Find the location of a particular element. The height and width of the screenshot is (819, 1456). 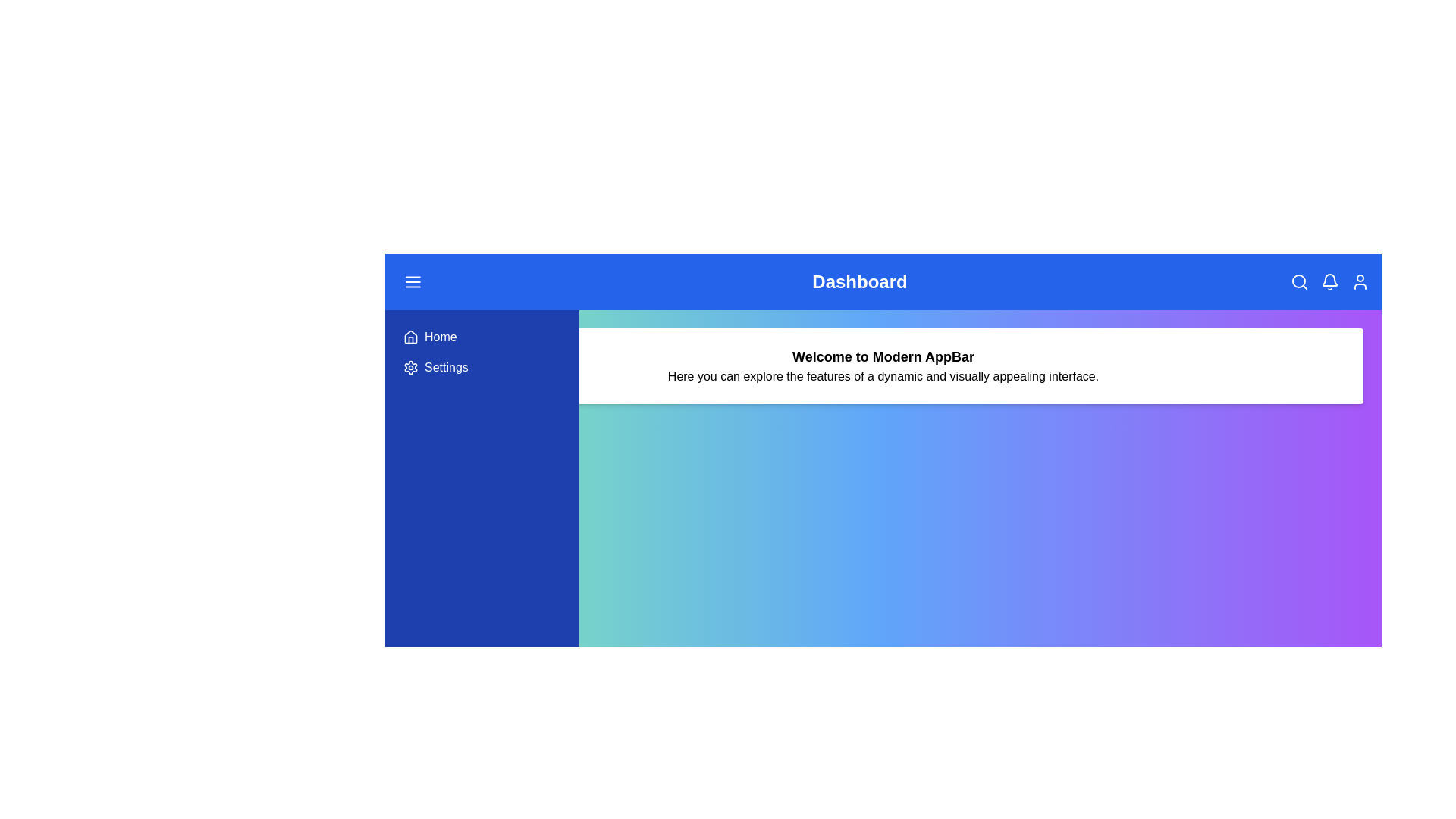

the user icon to access the user account options is located at coordinates (1360, 281).